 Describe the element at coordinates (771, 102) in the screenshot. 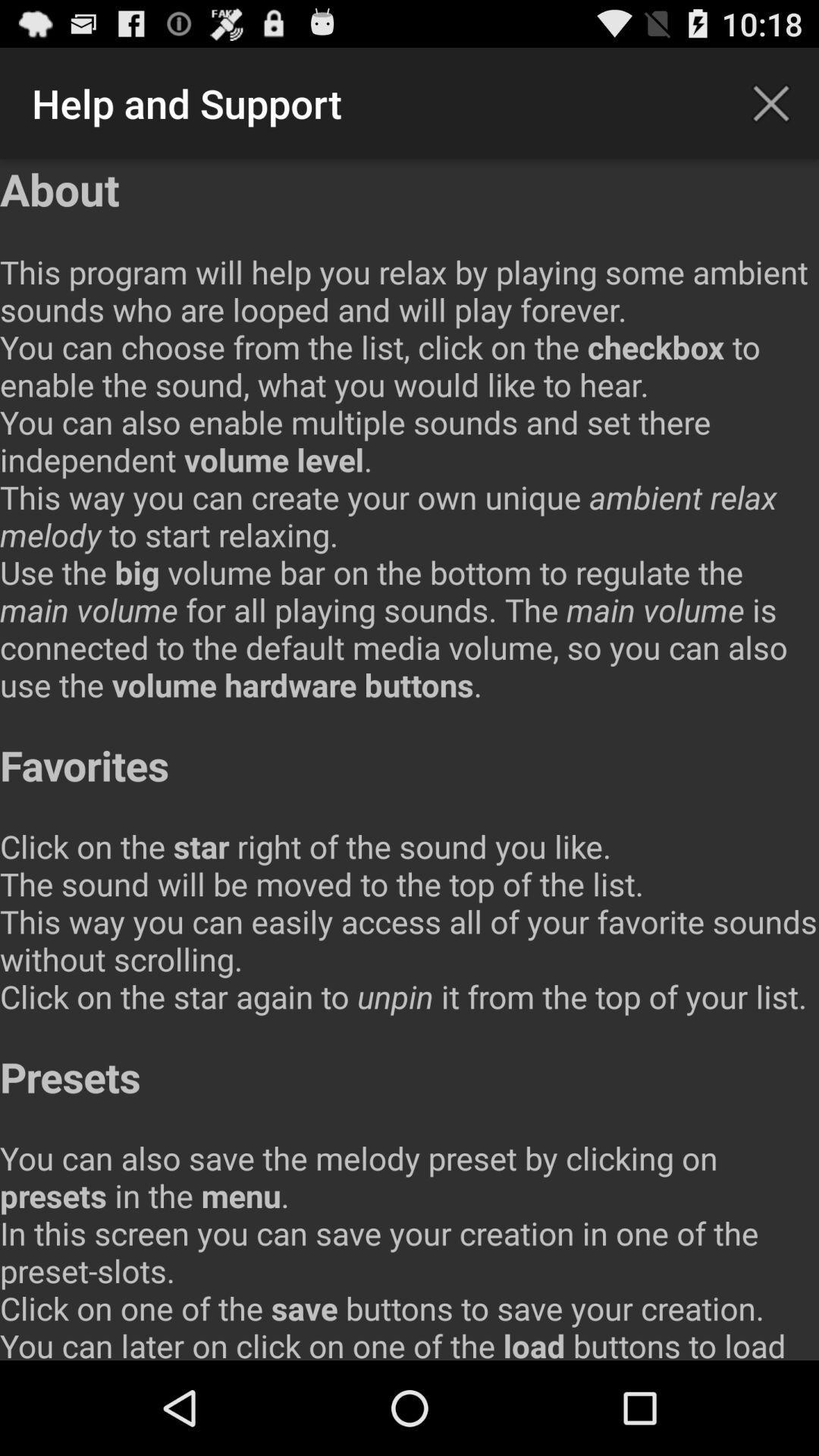

I see `item at the top right corner` at that location.